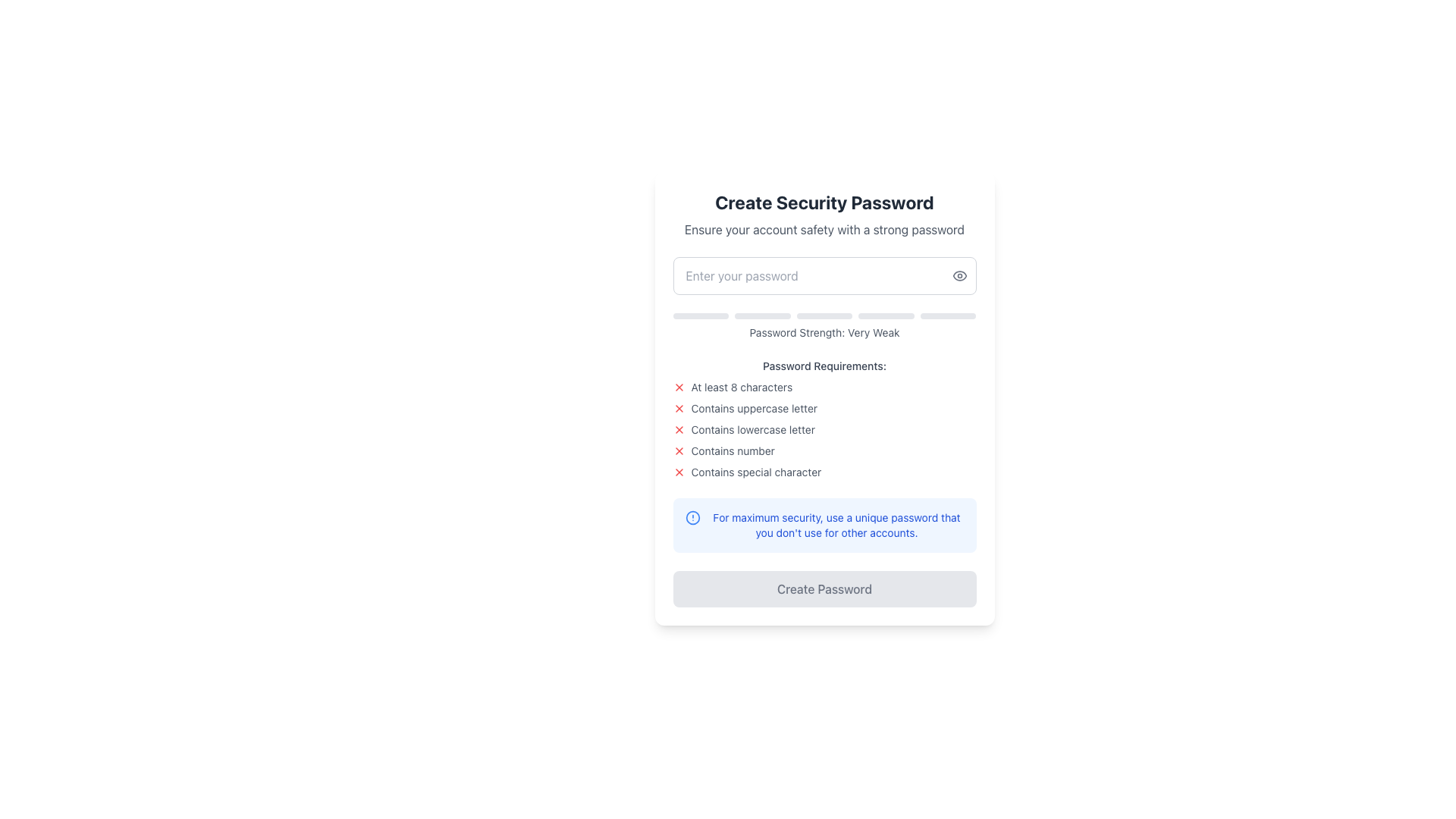 This screenshot has width=1456, height=819. Describe the element at coordinates (824, 525) in the screenshot. I see `the informational notification box with a blue background and rounded corners, which advises users to use a unique password, located near the bottom of the 'Create Security Password' dialog` at that location.